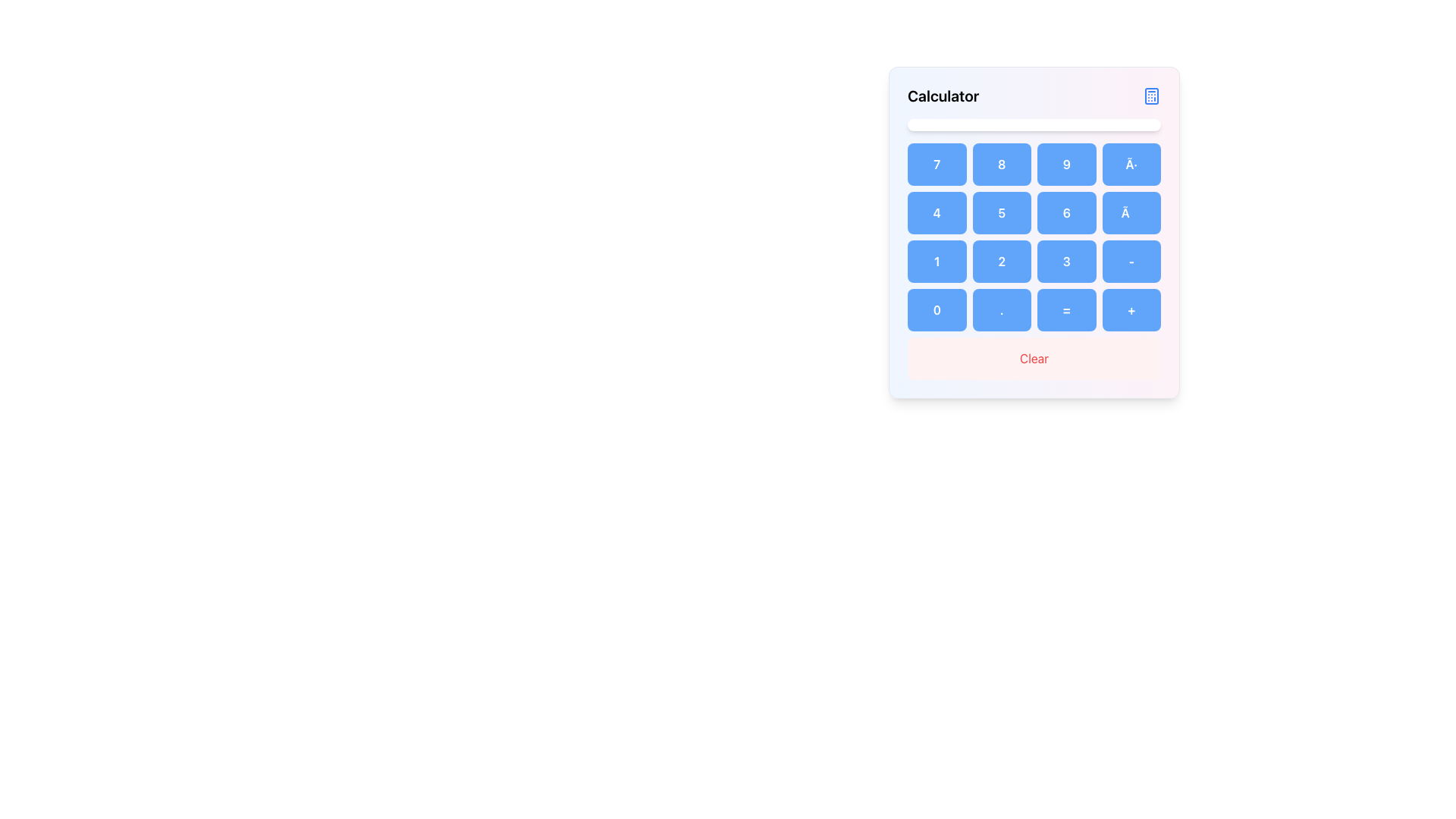 The height and width of the screenshot is (819, 1456). I want to click on the calculator icon located in the top right corner of the calculator interface header, adjacent, so click(1151, 96).